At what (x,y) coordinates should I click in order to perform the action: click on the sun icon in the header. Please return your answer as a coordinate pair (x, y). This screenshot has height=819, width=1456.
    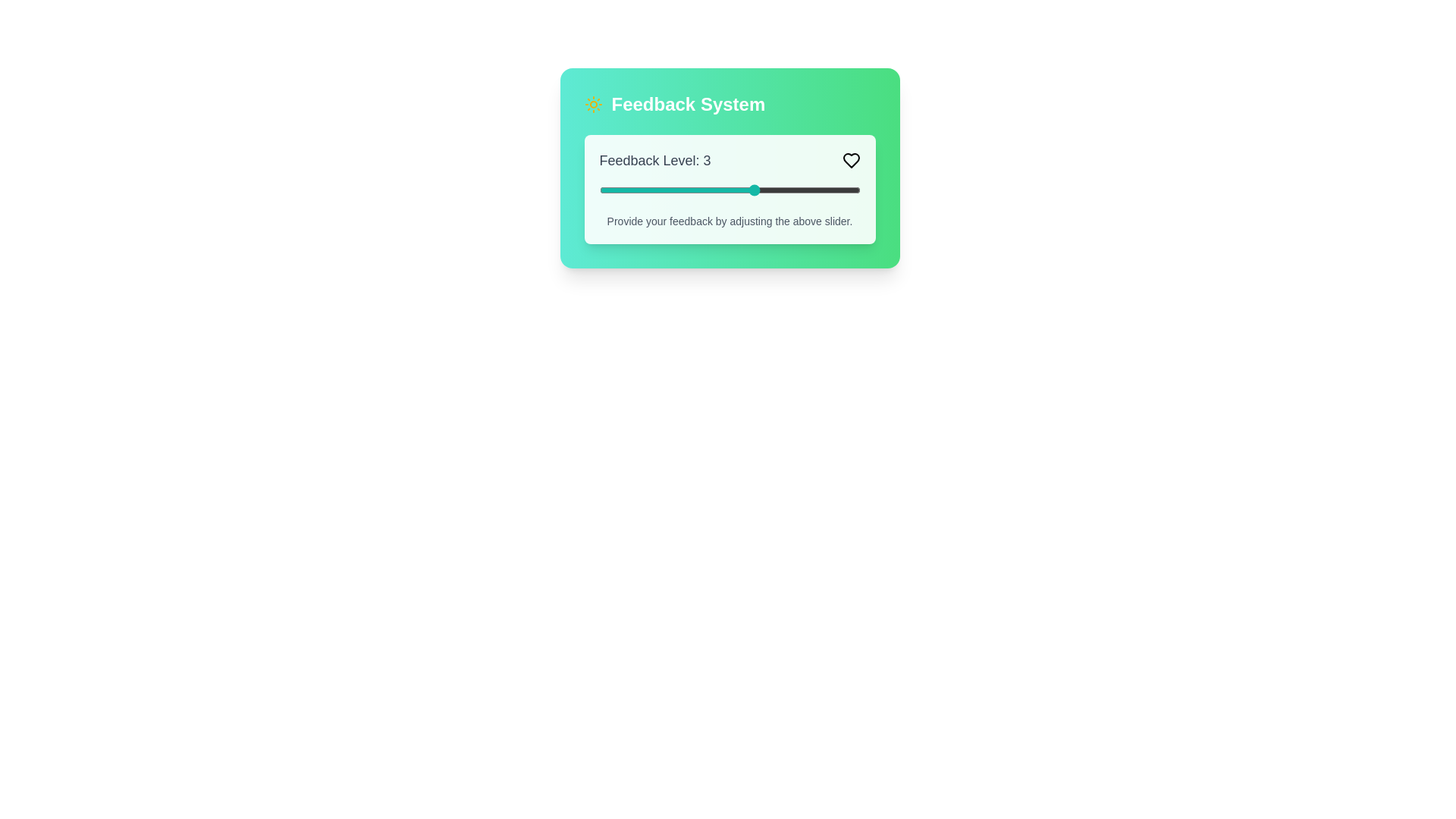
    Looking at the image, I should click on (592, 104).